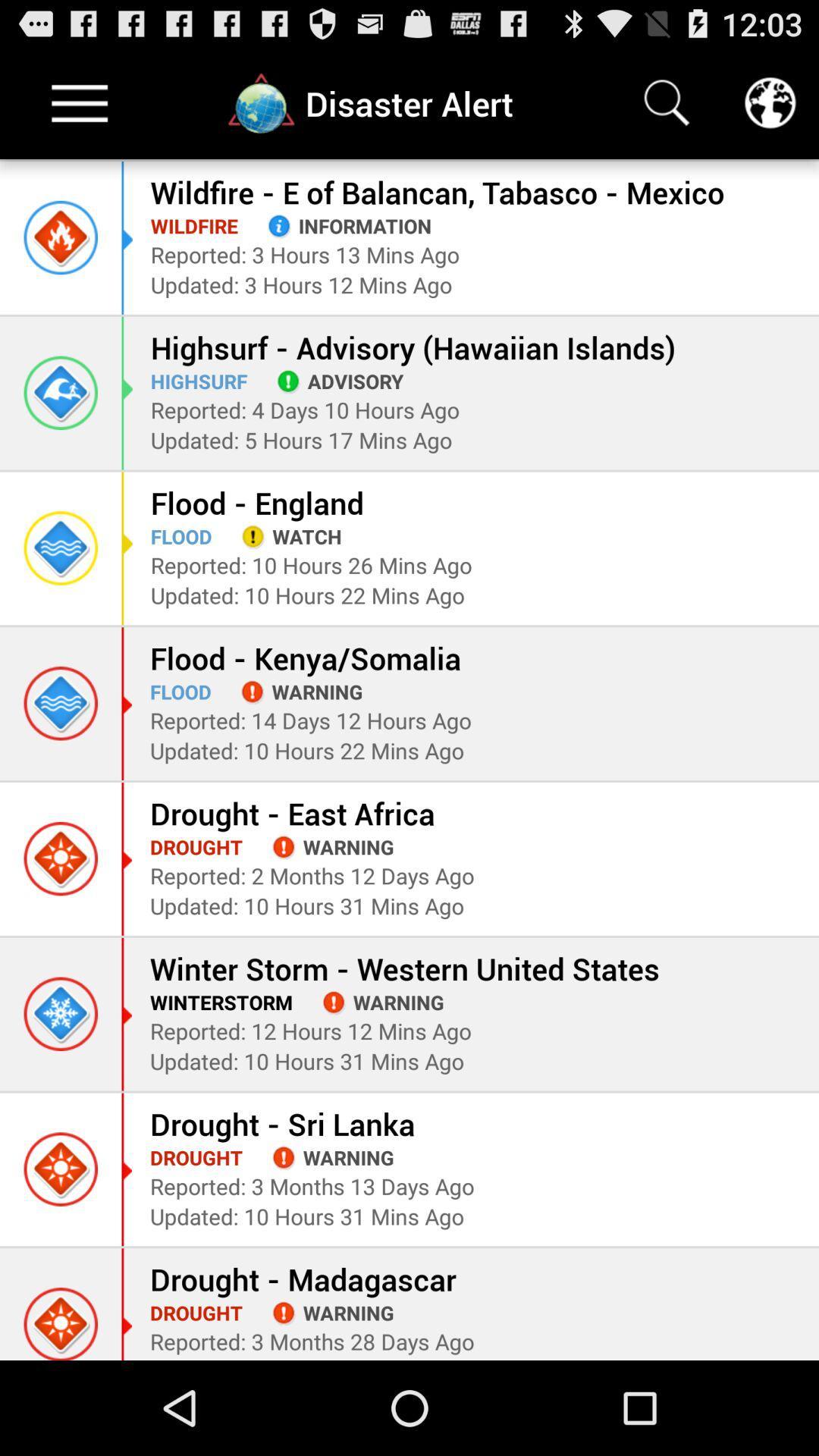 The height and width of the screenshot is (1456, 819). What do you see at coordinates (80, 102) in the screenshot?
I see `the menu bar` at bounding box center [80, 102].